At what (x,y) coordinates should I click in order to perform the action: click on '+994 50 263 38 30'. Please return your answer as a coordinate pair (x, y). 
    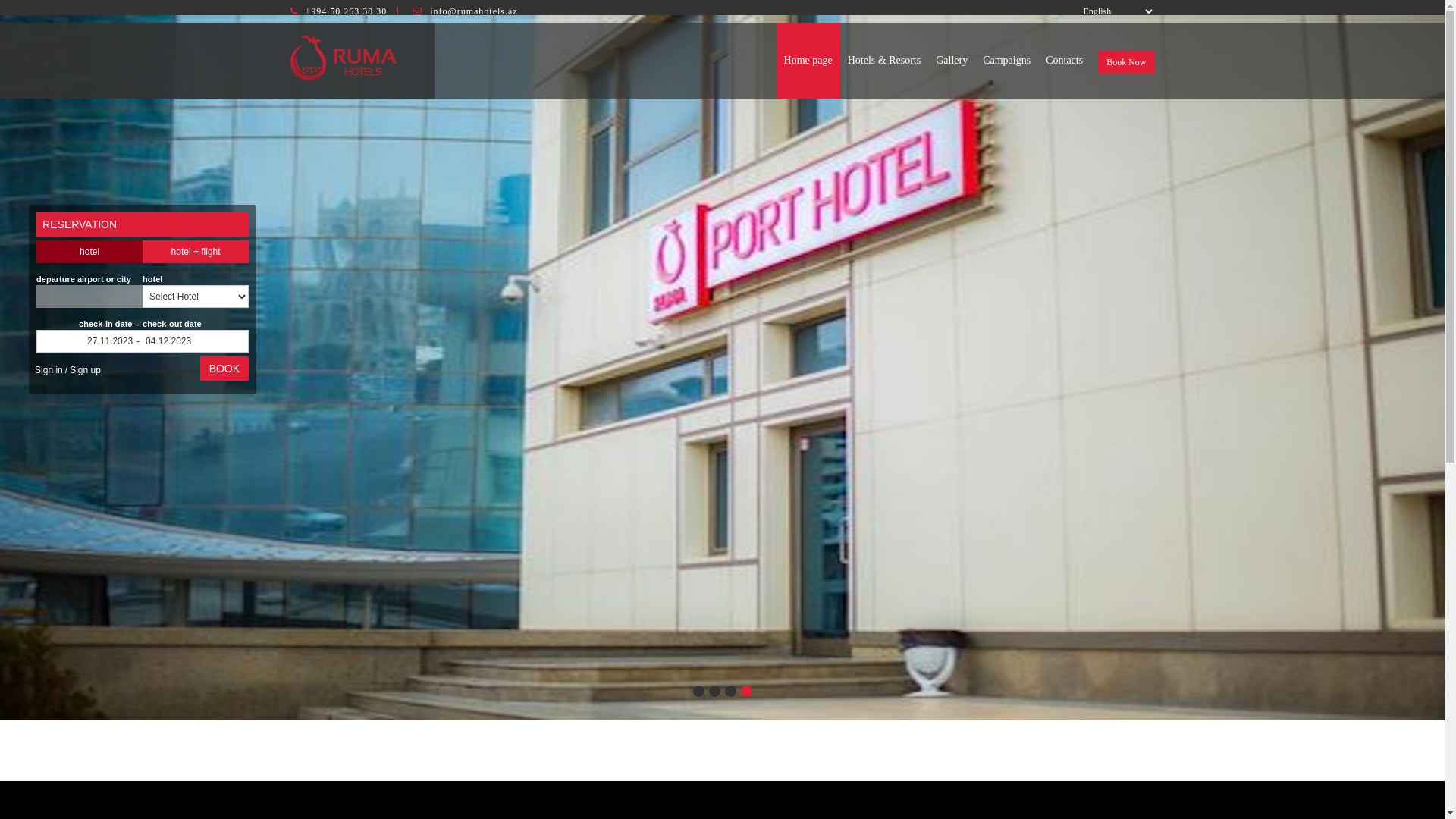
    Looking at the image, I should click on (345, 11).